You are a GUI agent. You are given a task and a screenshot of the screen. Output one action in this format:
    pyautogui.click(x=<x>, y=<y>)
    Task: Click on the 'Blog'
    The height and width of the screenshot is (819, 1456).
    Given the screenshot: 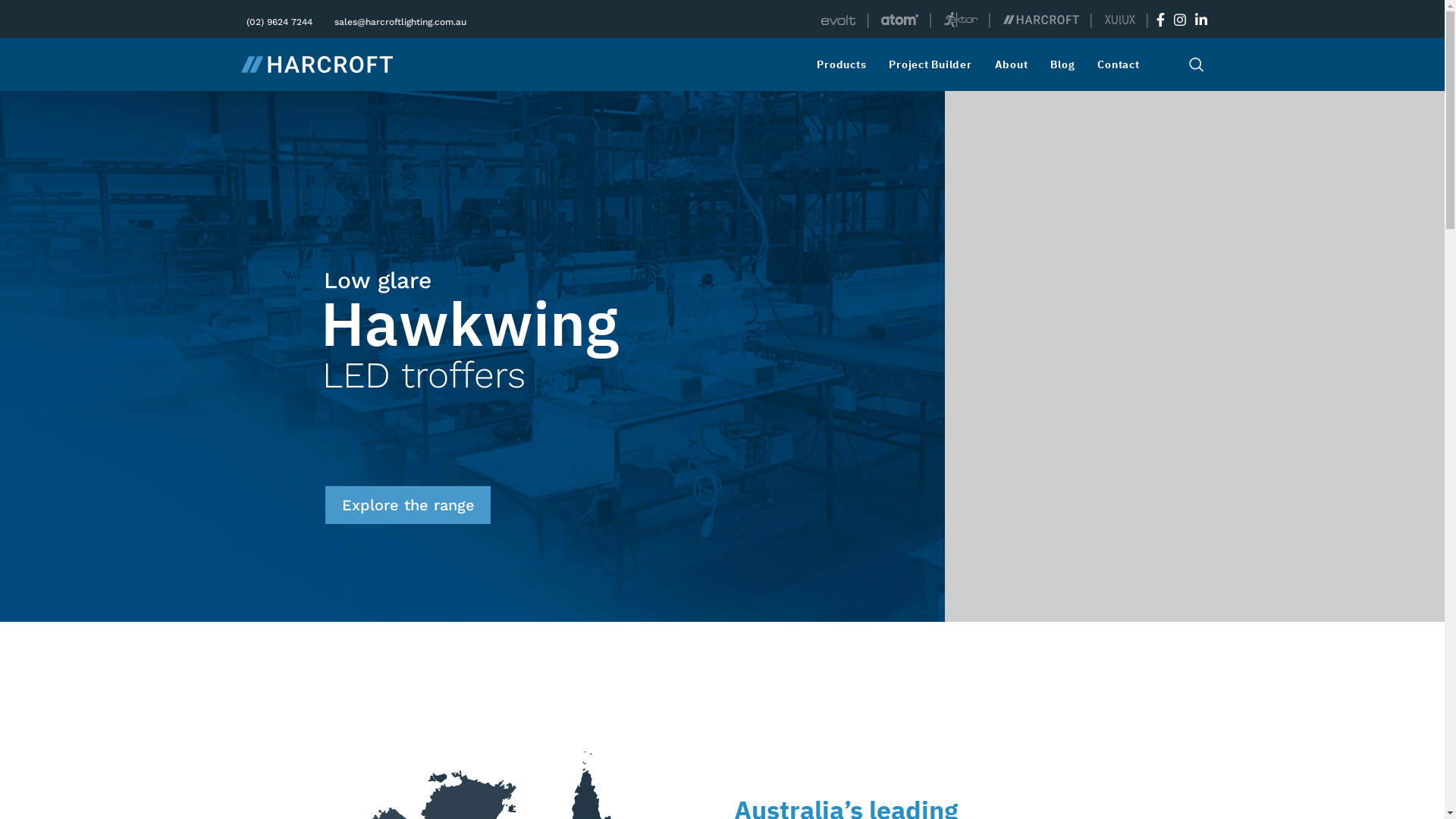 What is the action you would take?
    pyautogui.click(x=1065, y=63)
    